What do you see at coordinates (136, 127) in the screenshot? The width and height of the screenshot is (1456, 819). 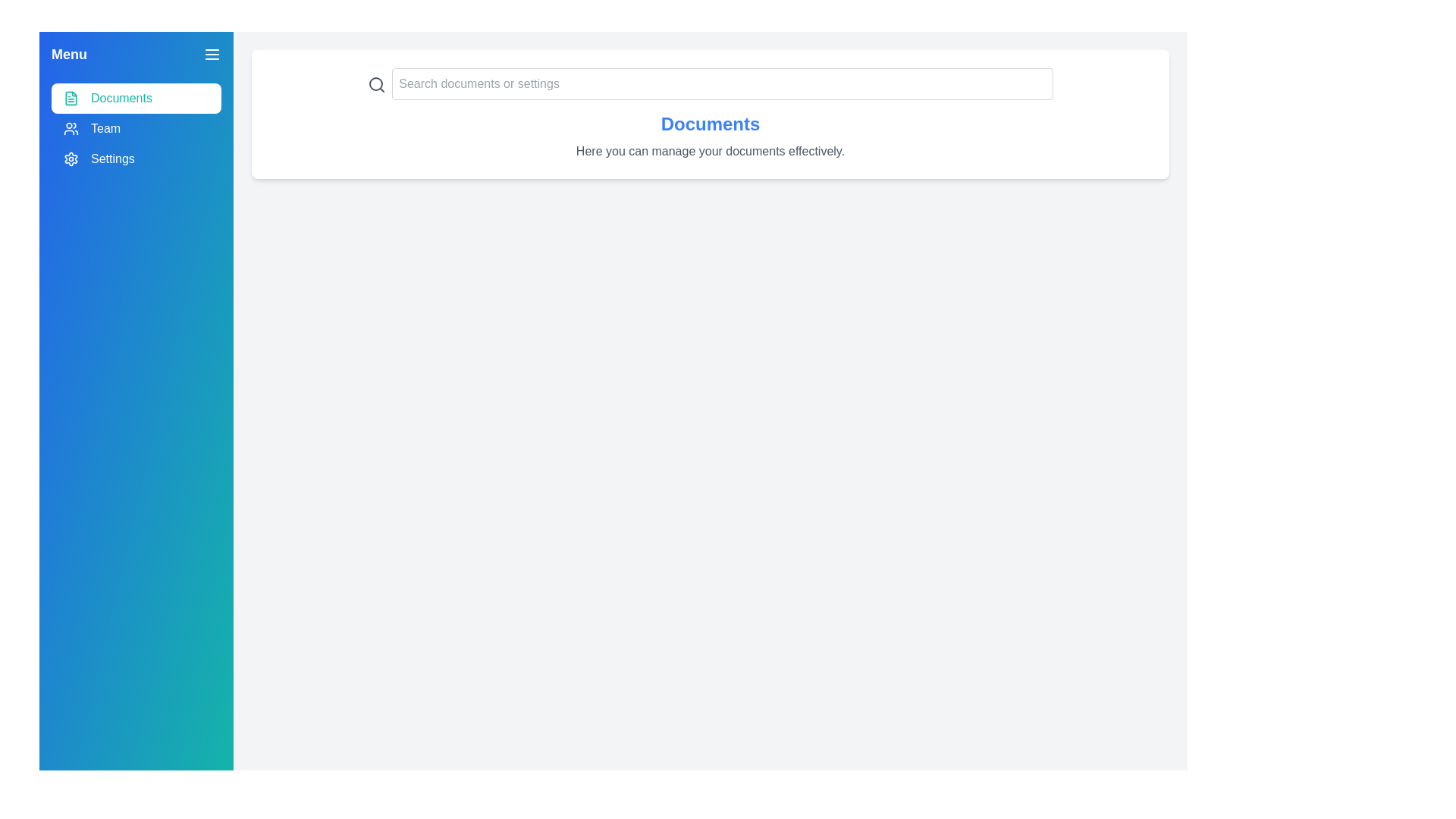 I see `the section Team from the menu` at bounding box center [136, 127].